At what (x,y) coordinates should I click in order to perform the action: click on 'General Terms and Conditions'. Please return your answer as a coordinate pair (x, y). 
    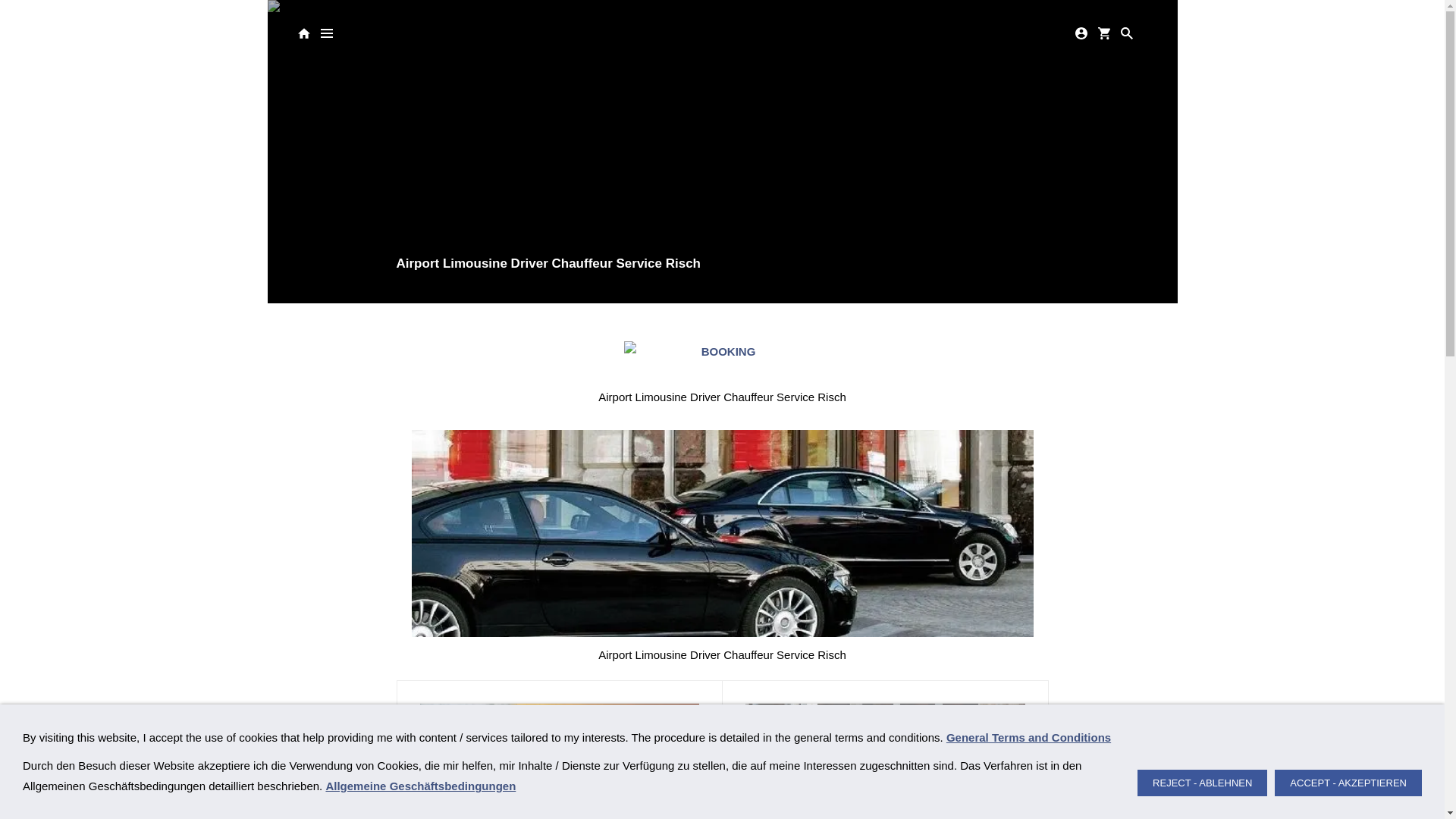
    Looking at the image, I should click on (946, 736).